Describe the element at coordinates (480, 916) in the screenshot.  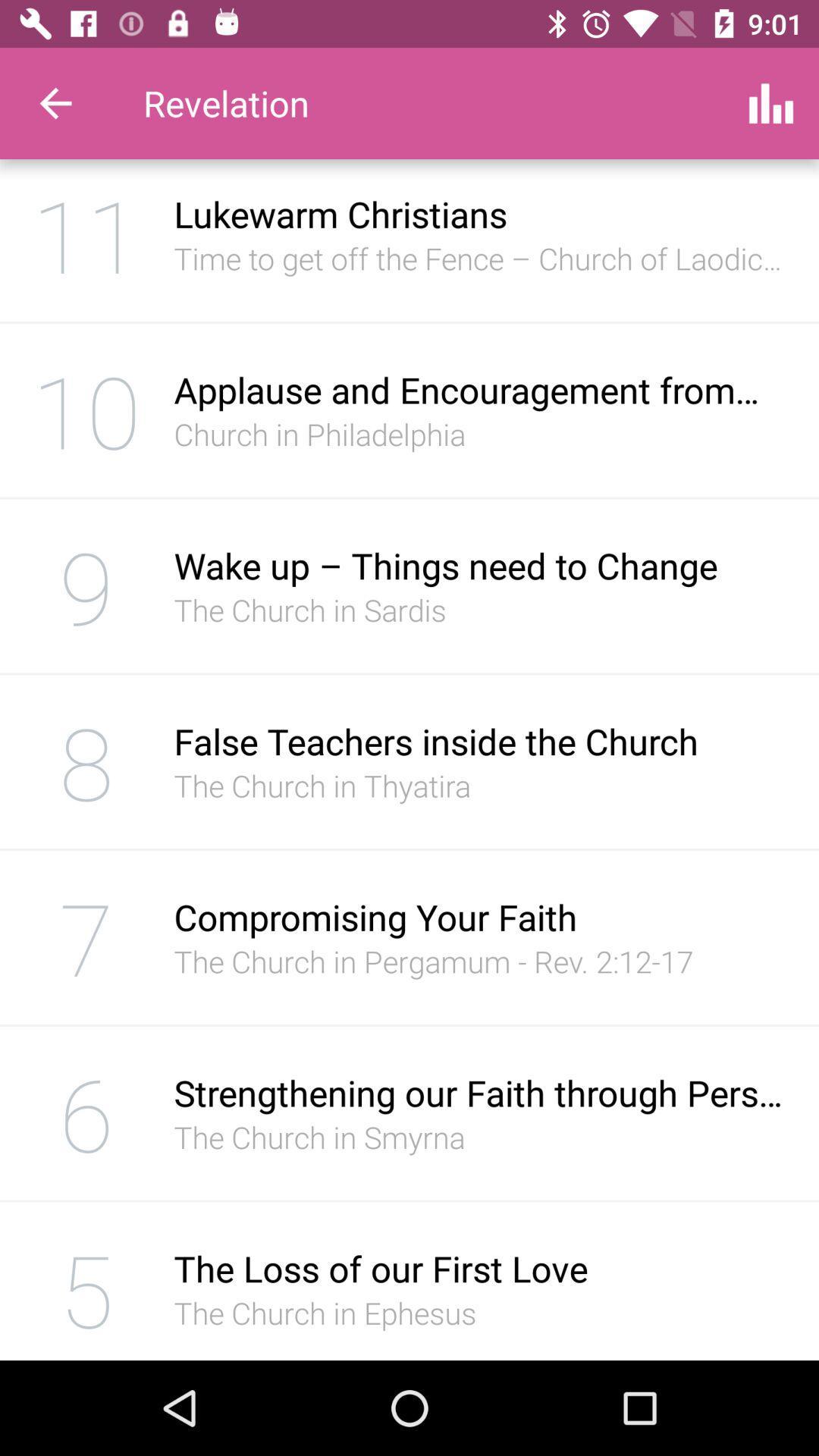
I see `icon above the the church in icon` at that location.